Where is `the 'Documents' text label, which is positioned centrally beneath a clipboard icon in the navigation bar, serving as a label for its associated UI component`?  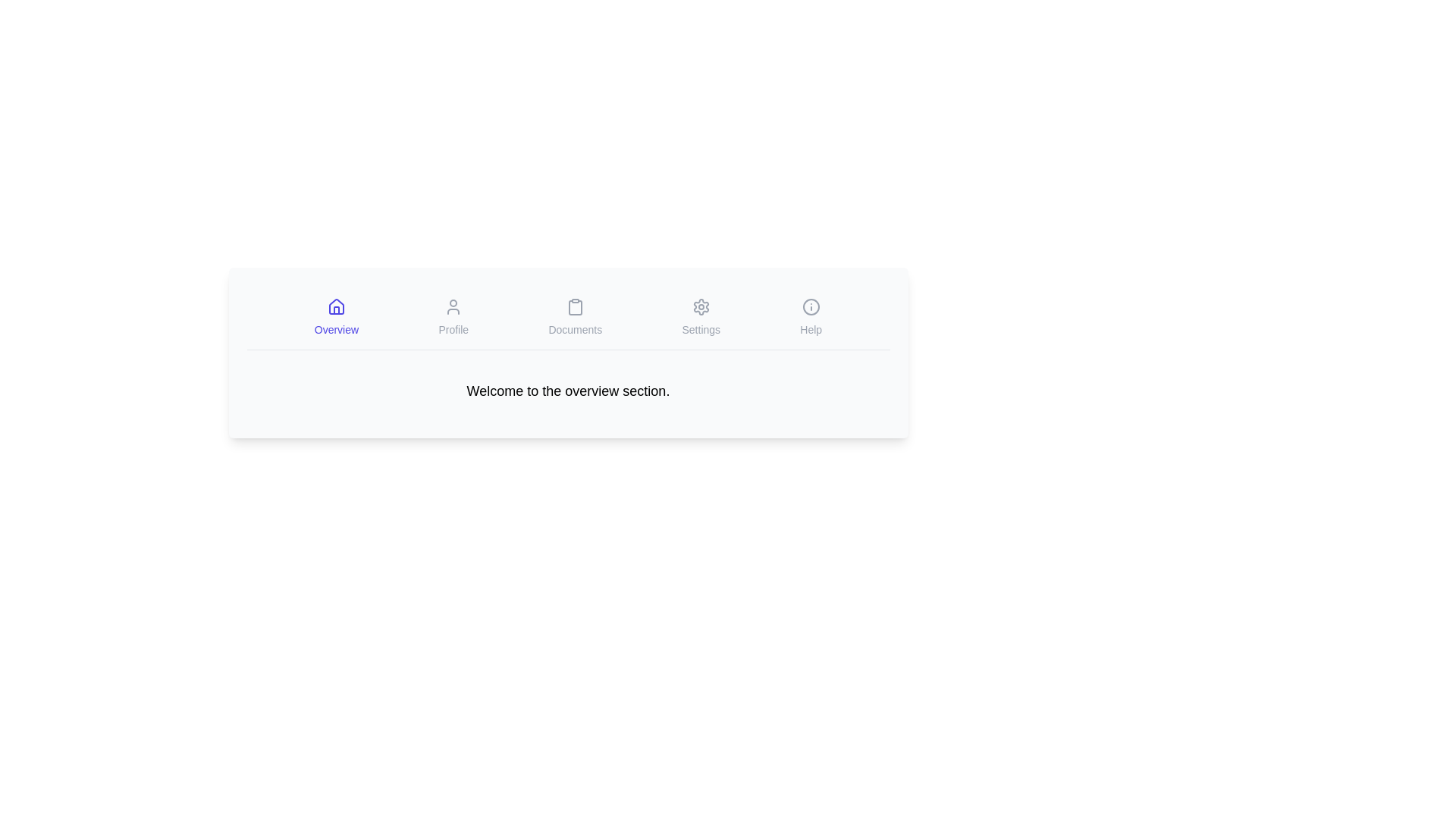
the 'Documents' text label, which is positioned centrally beneath a clipboard icon in the navigation bar, serving as a label for its associated UI component is located at coordinates (574, 329).